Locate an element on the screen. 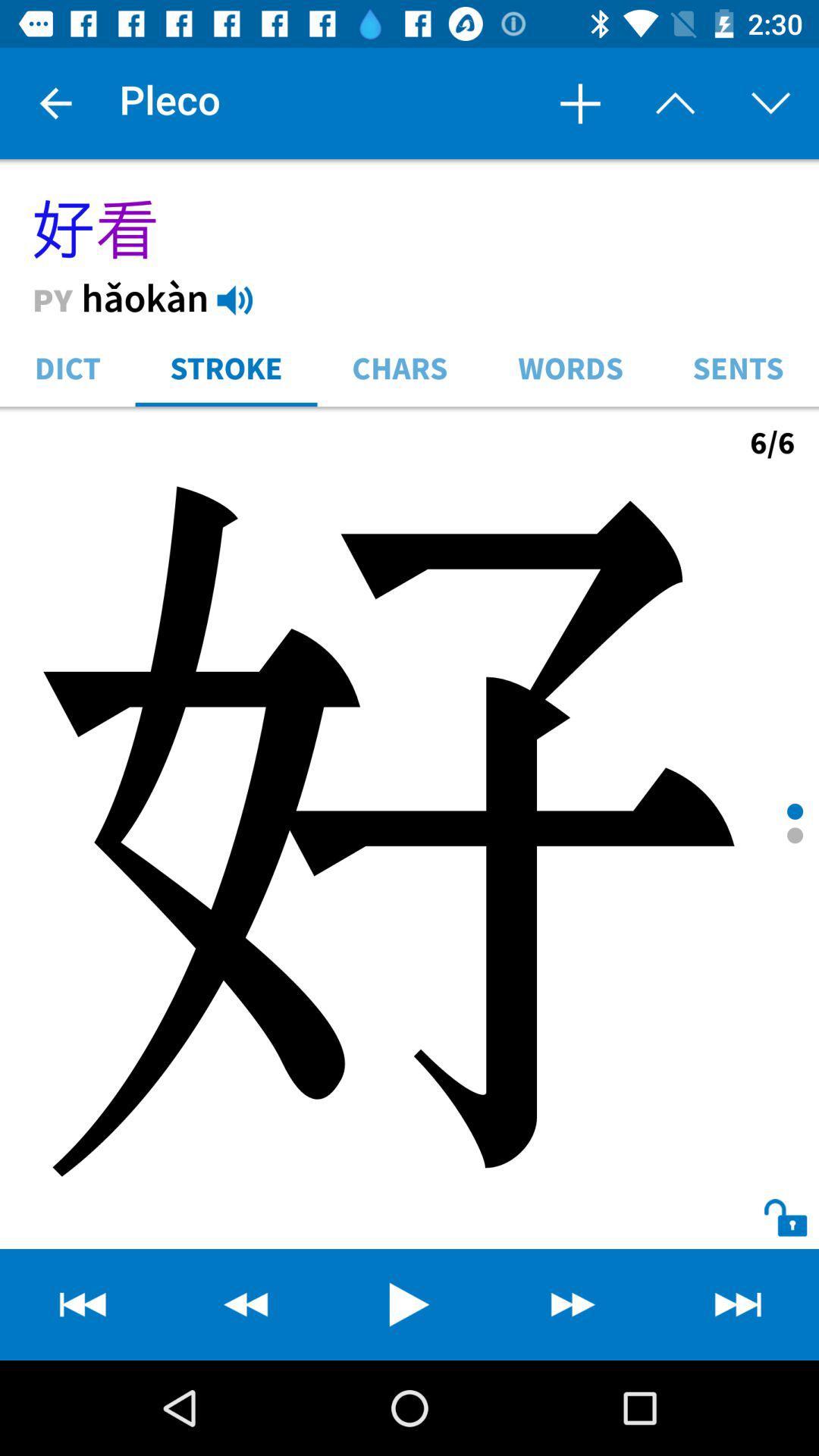 The width and height of the screenshot is (819, 1456). the skip_next icon is located at coordinates (736, 1304).